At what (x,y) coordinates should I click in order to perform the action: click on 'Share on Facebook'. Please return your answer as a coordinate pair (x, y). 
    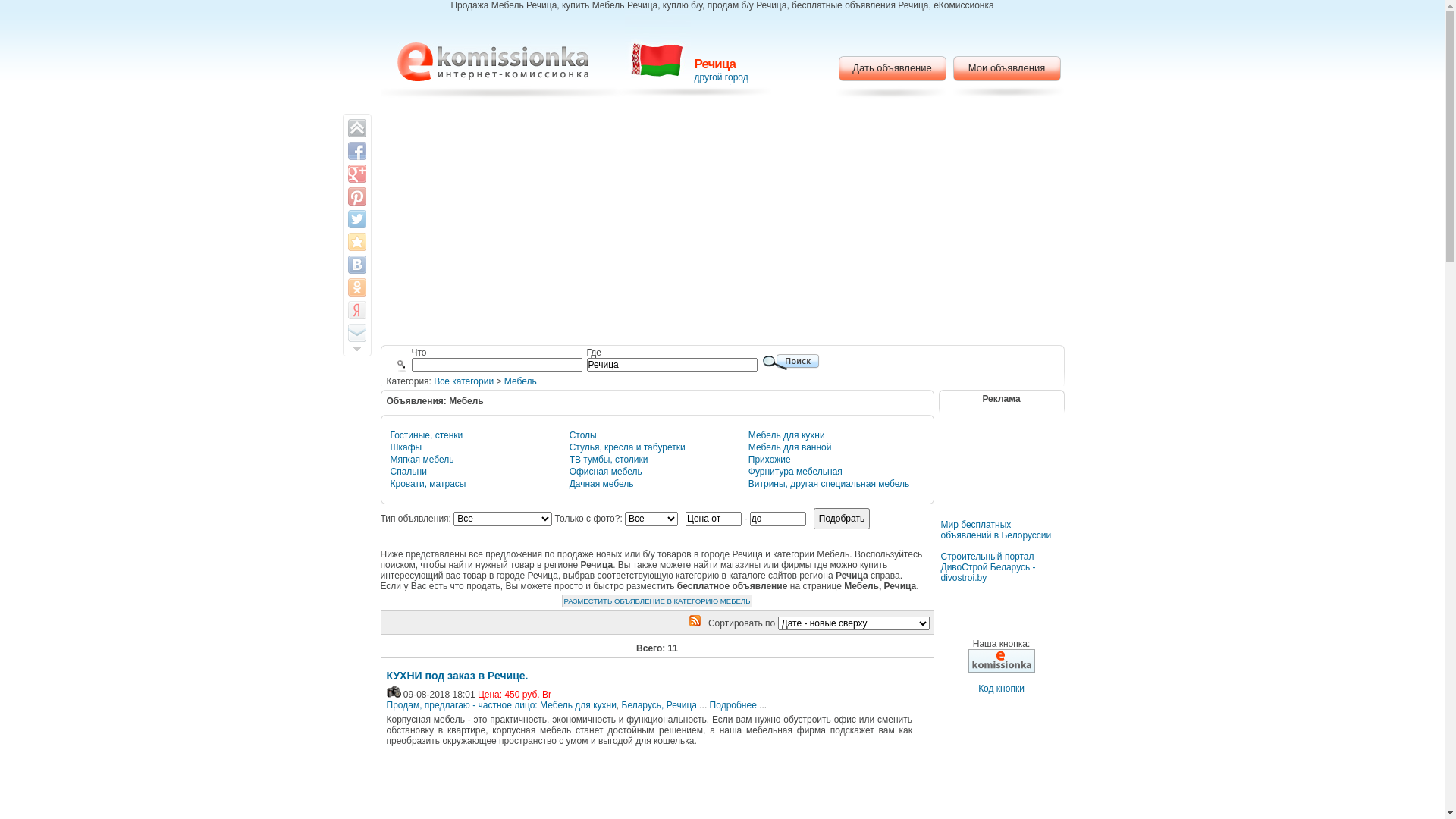
    Looking at the image, I should click on (356, 151).